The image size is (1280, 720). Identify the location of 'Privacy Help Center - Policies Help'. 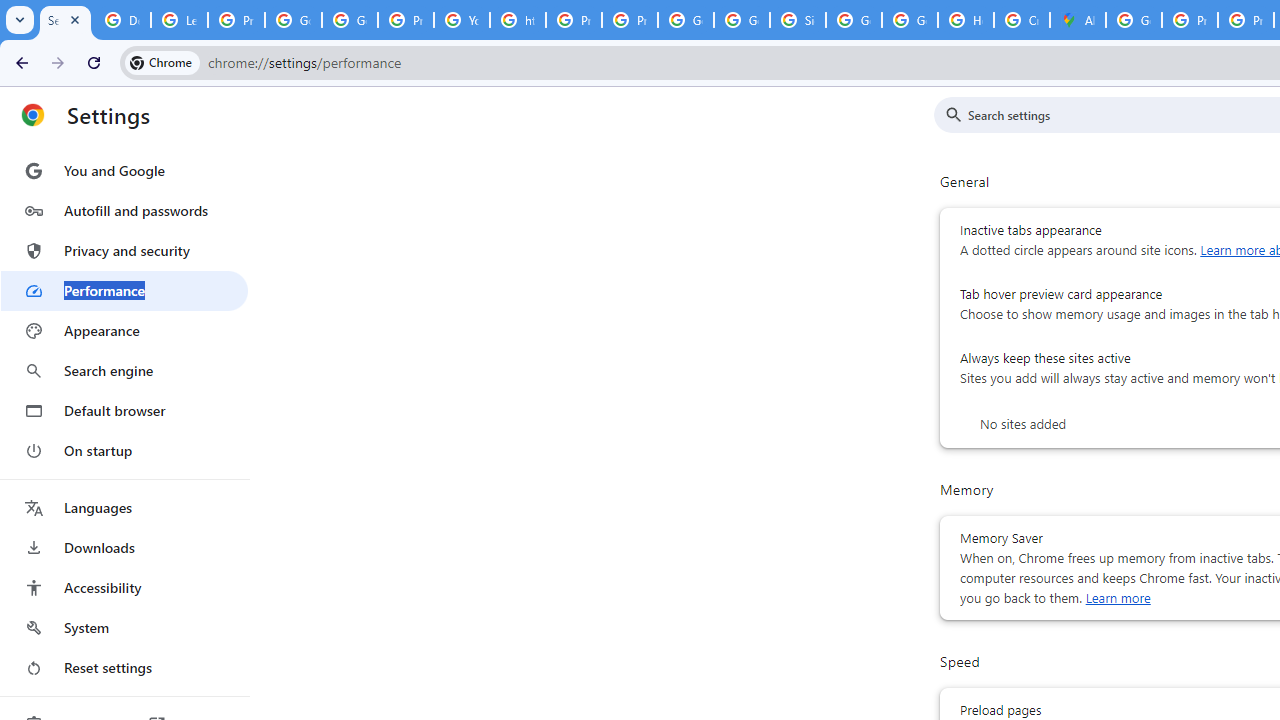
(573, 20).